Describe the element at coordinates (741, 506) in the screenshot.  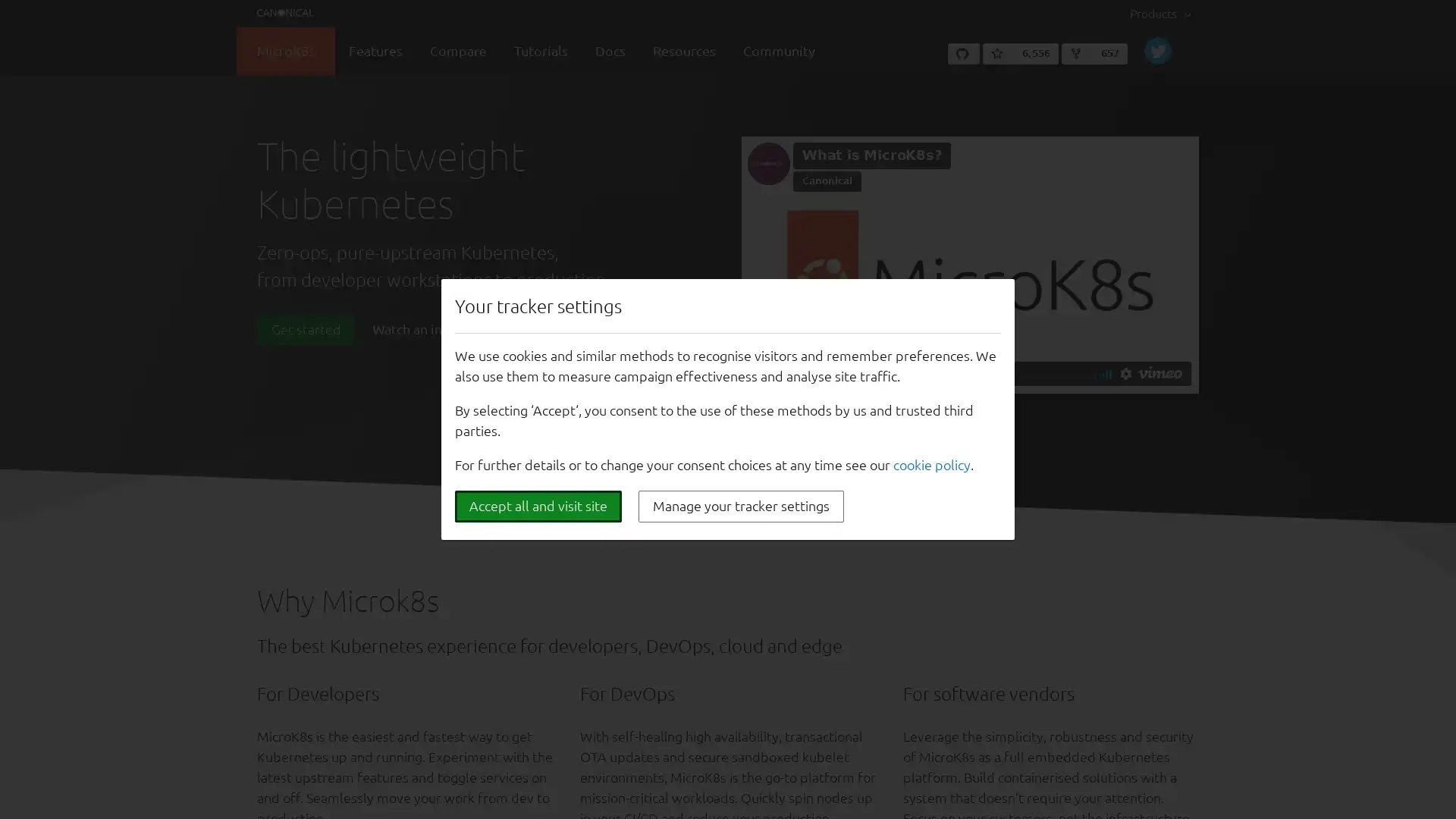
I see `Manage your tracker settings` at that location.